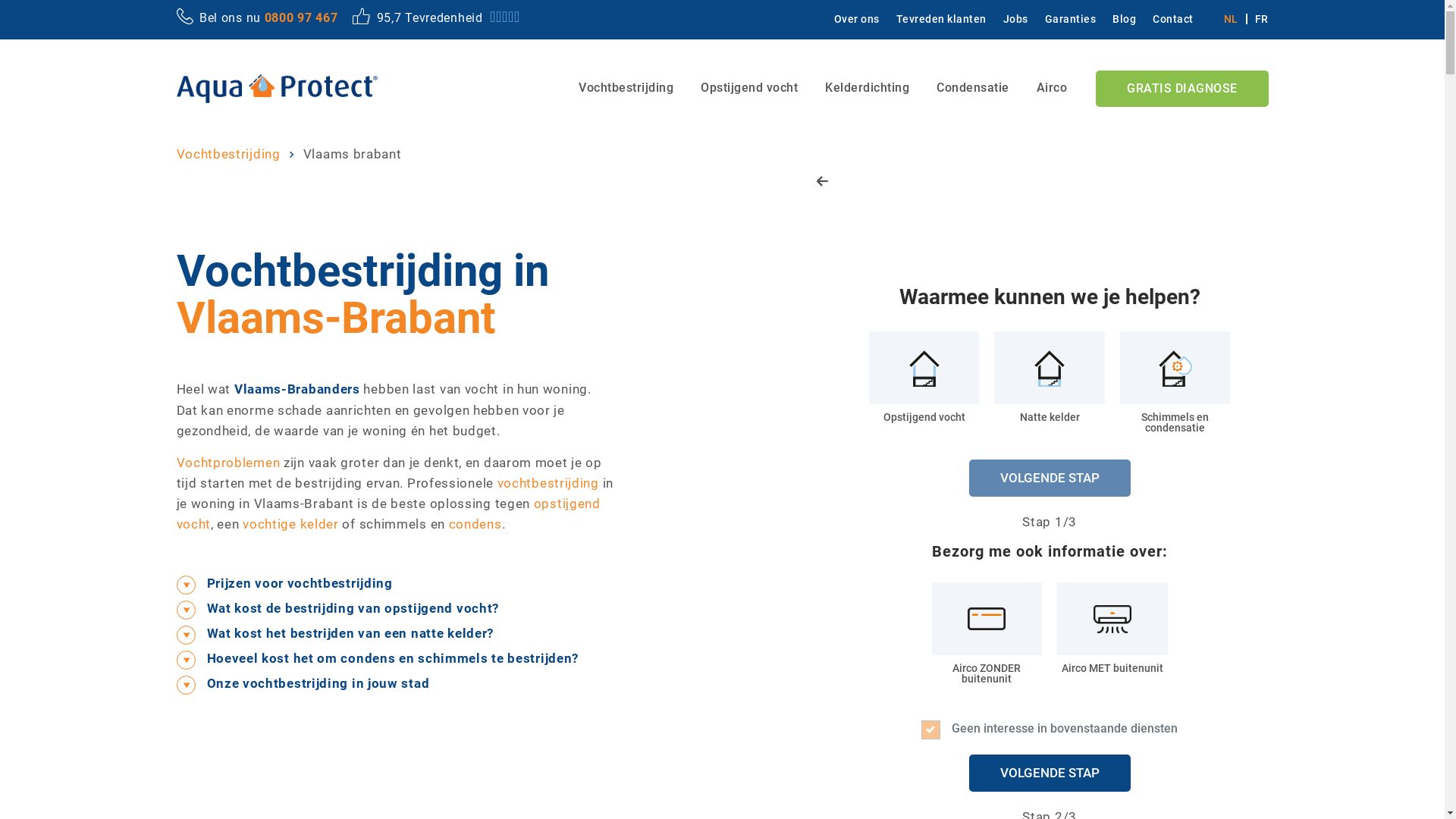 The image size is (1456, 819). Describe the element at coordinates (1049, 478) in the screenshot. I see `'VOLGENDE STAP'` at that location.